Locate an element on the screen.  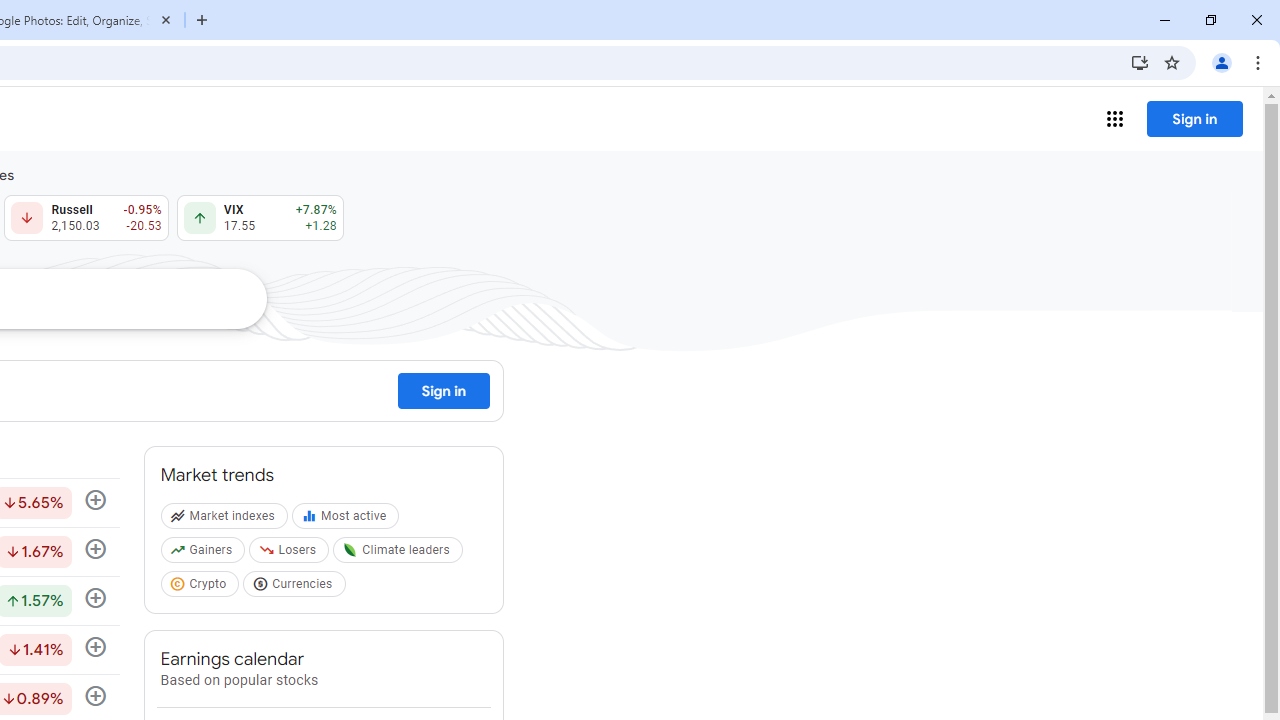
'Russell 2,150.03 Down by 0.95% -20.53' is located at coordinates (85, 218).